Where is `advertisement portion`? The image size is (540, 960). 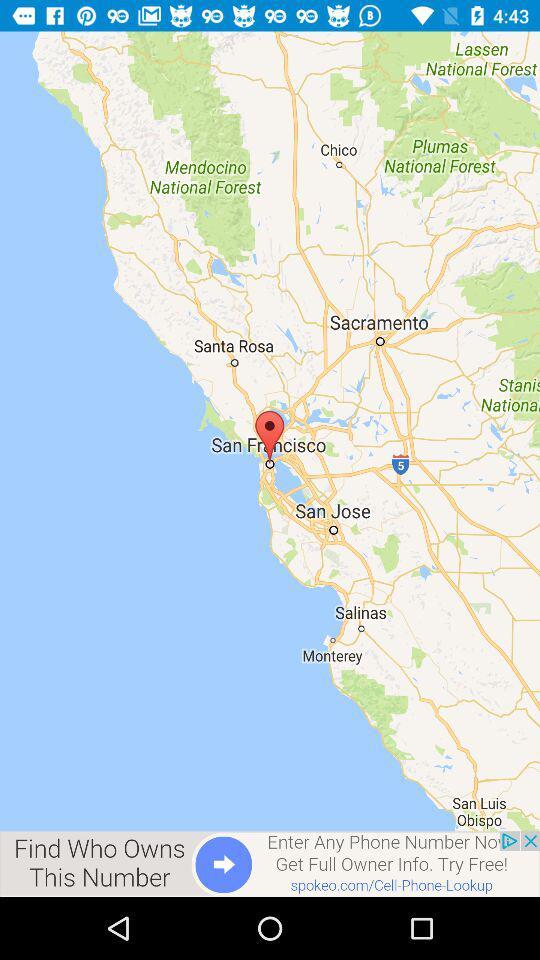 advertisement portion is located at coordinates (270, 863).